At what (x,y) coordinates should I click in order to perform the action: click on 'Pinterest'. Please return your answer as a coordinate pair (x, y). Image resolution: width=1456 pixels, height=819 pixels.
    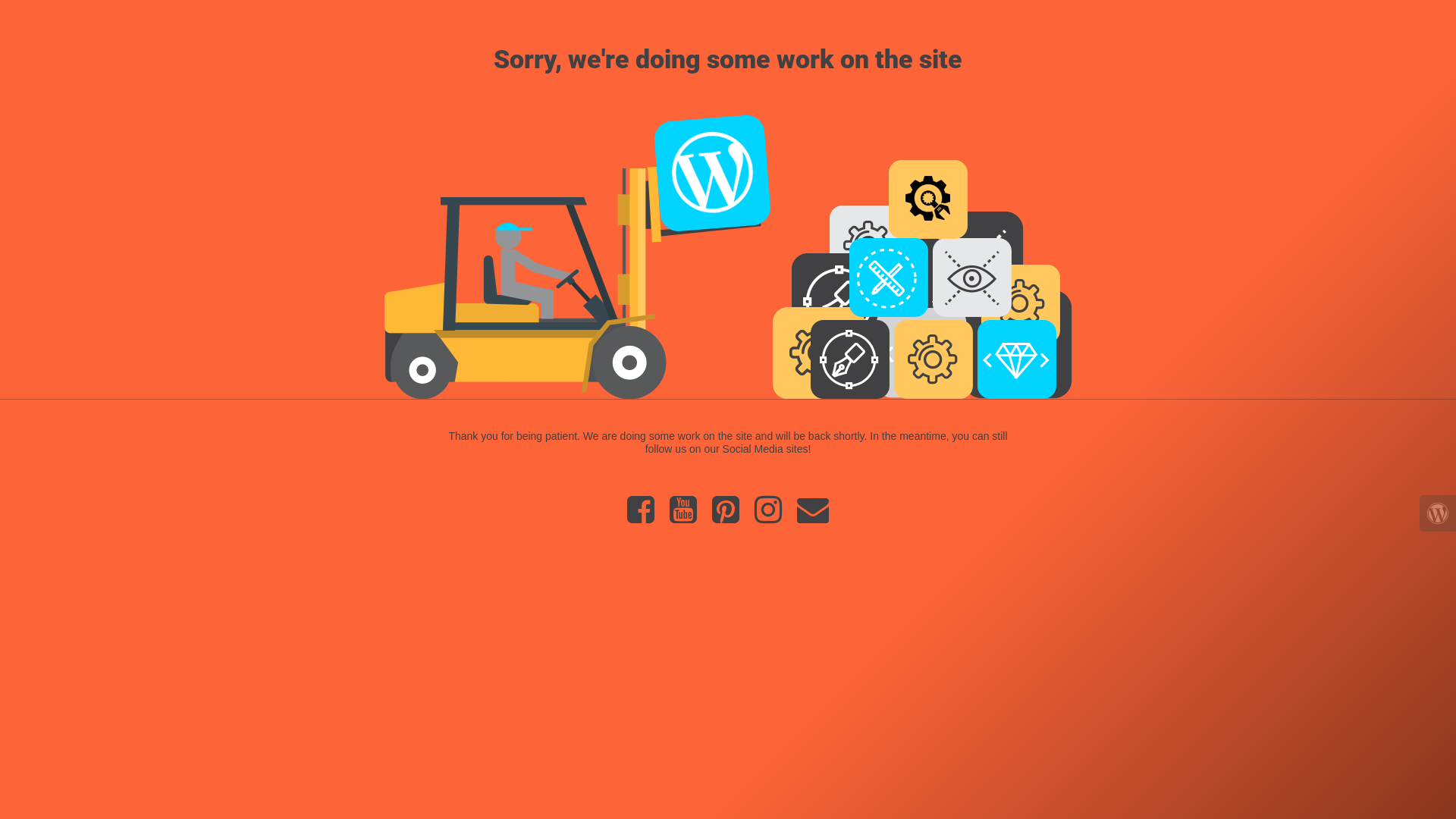
    Looking at the image, I should click on (724, 516).